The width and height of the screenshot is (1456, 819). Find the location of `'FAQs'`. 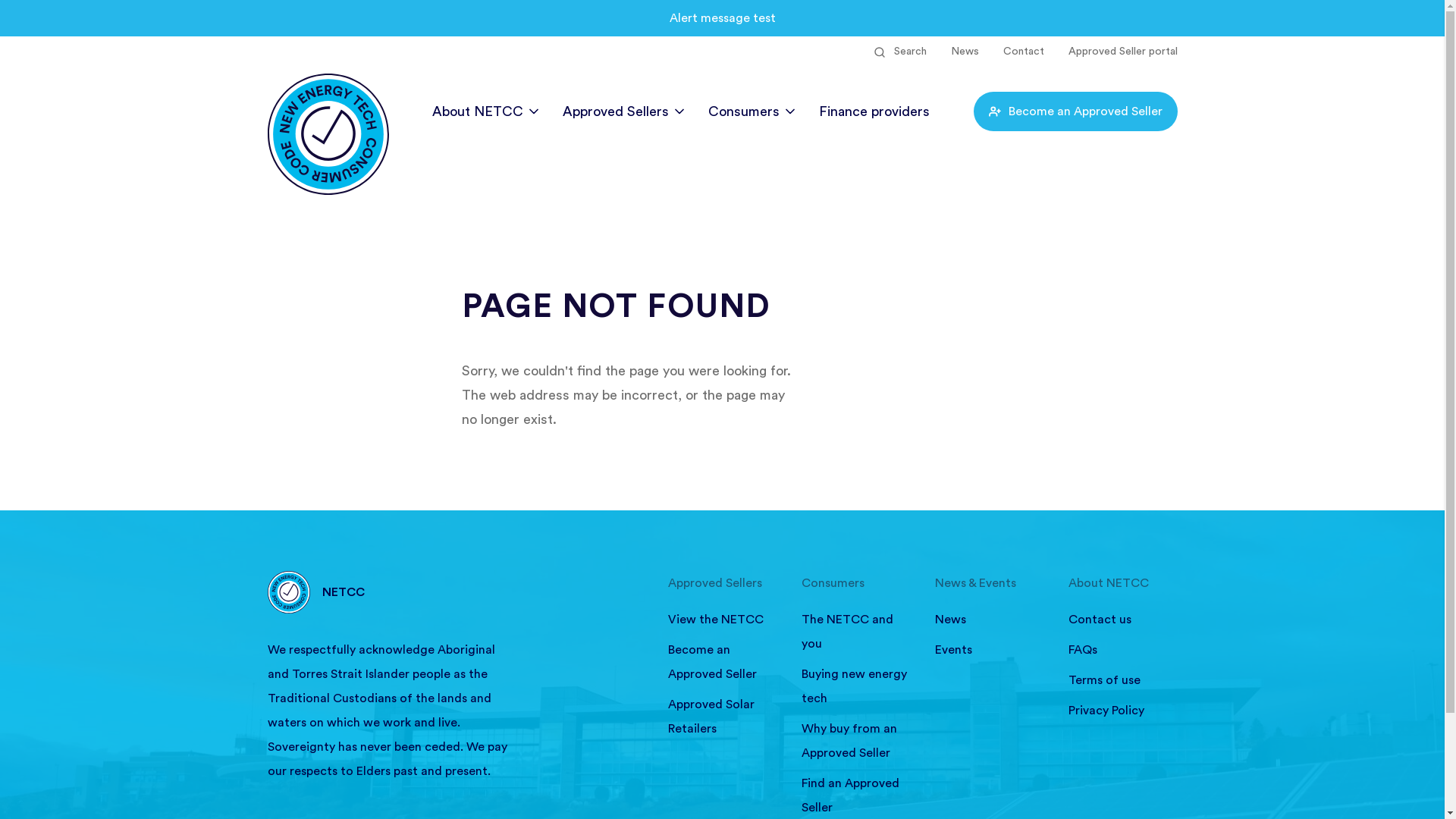

'FAQs' is located at coordinates (1122, 648).